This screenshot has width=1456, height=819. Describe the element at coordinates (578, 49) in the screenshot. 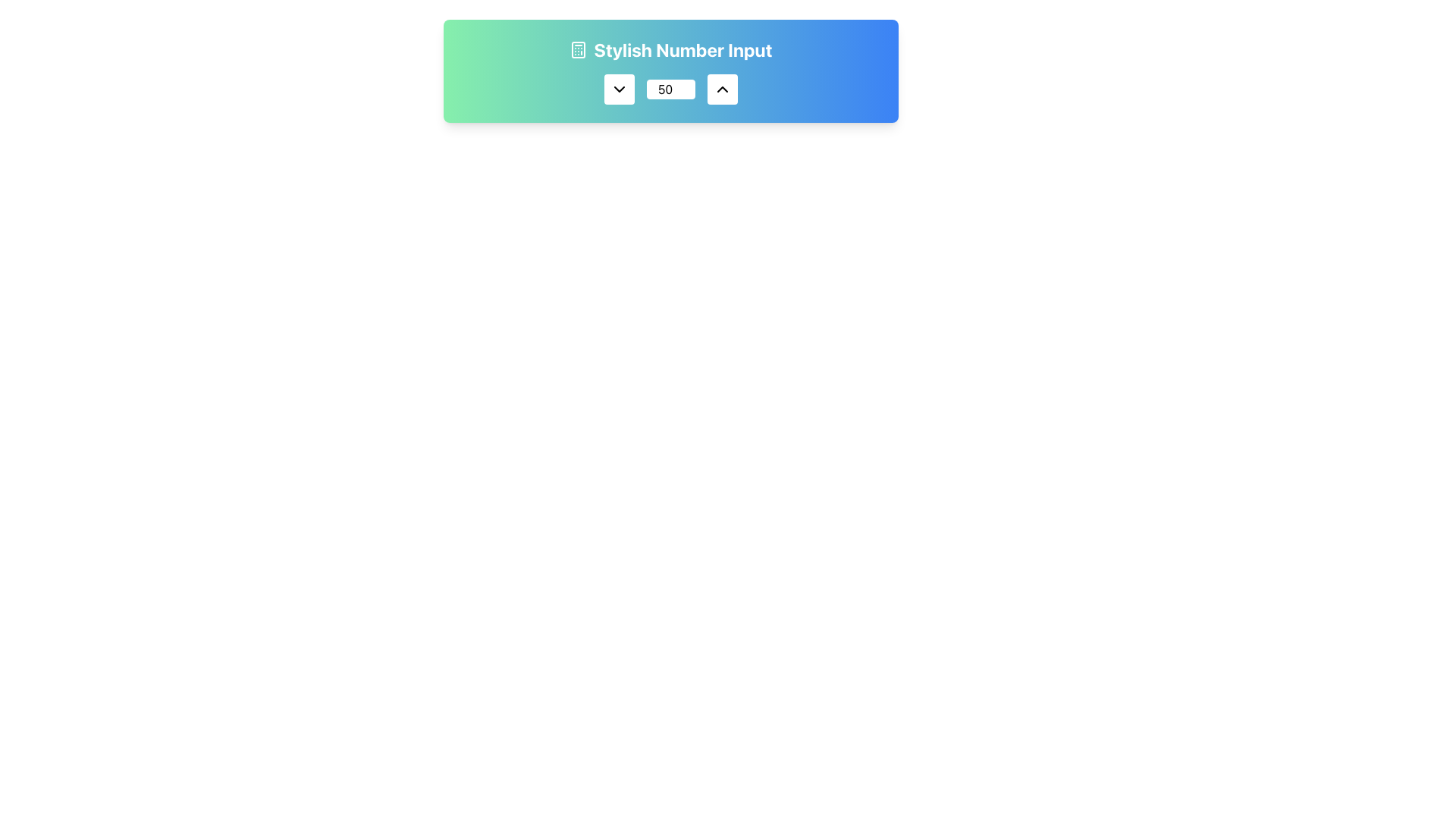

I see `the calculator icon located to the left of the 'Stylish Number Input' text label, which features a modern outline and a minimalistic design` at that location.